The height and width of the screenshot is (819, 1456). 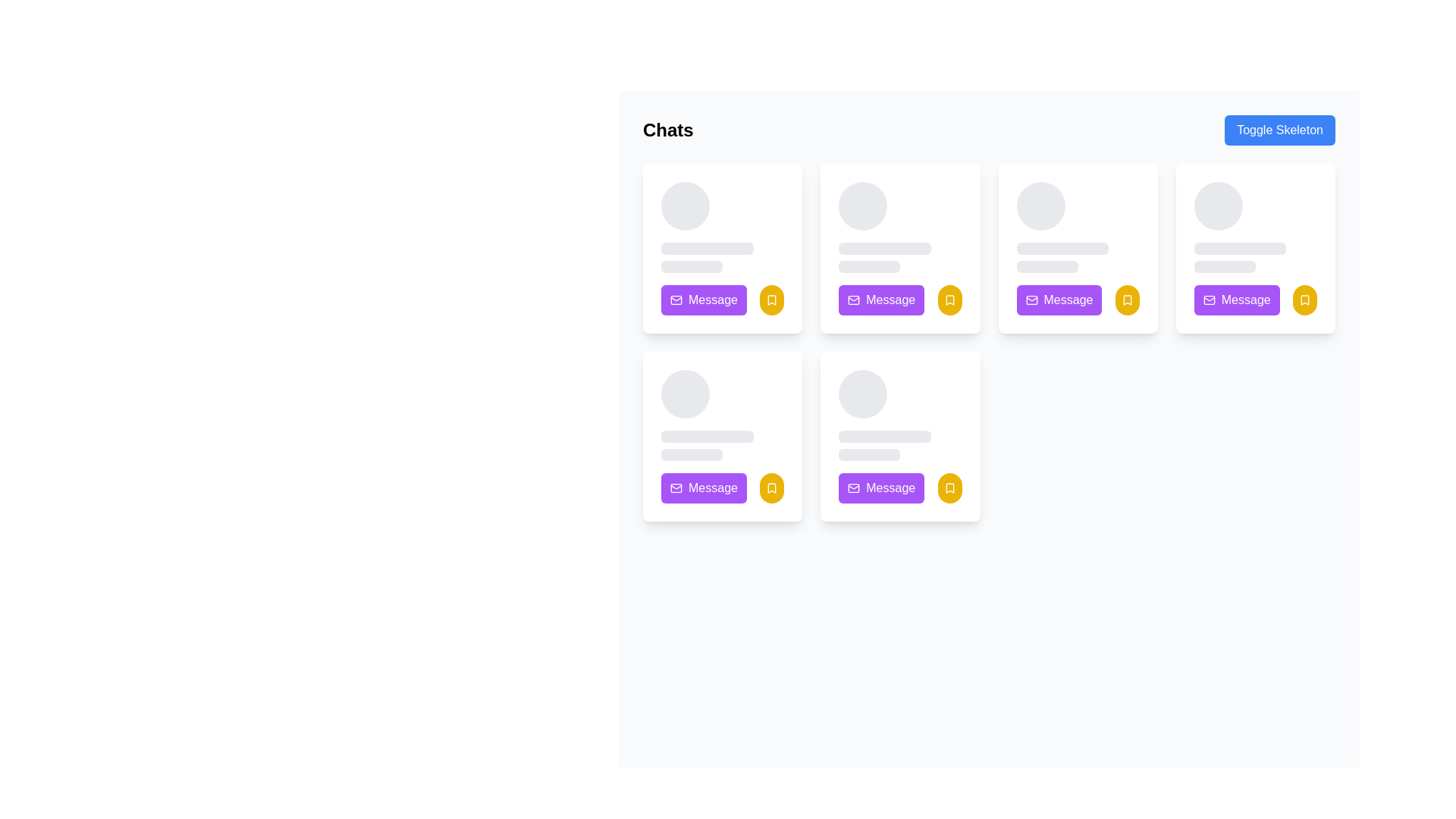 What do you see at coordinates (772, 300) in the screenshot?
I see `the yellow bookmark icon located at the bottom-right section of the first card in the grid layout to bookmark or unbookmark` at bounding box center [772, 300].